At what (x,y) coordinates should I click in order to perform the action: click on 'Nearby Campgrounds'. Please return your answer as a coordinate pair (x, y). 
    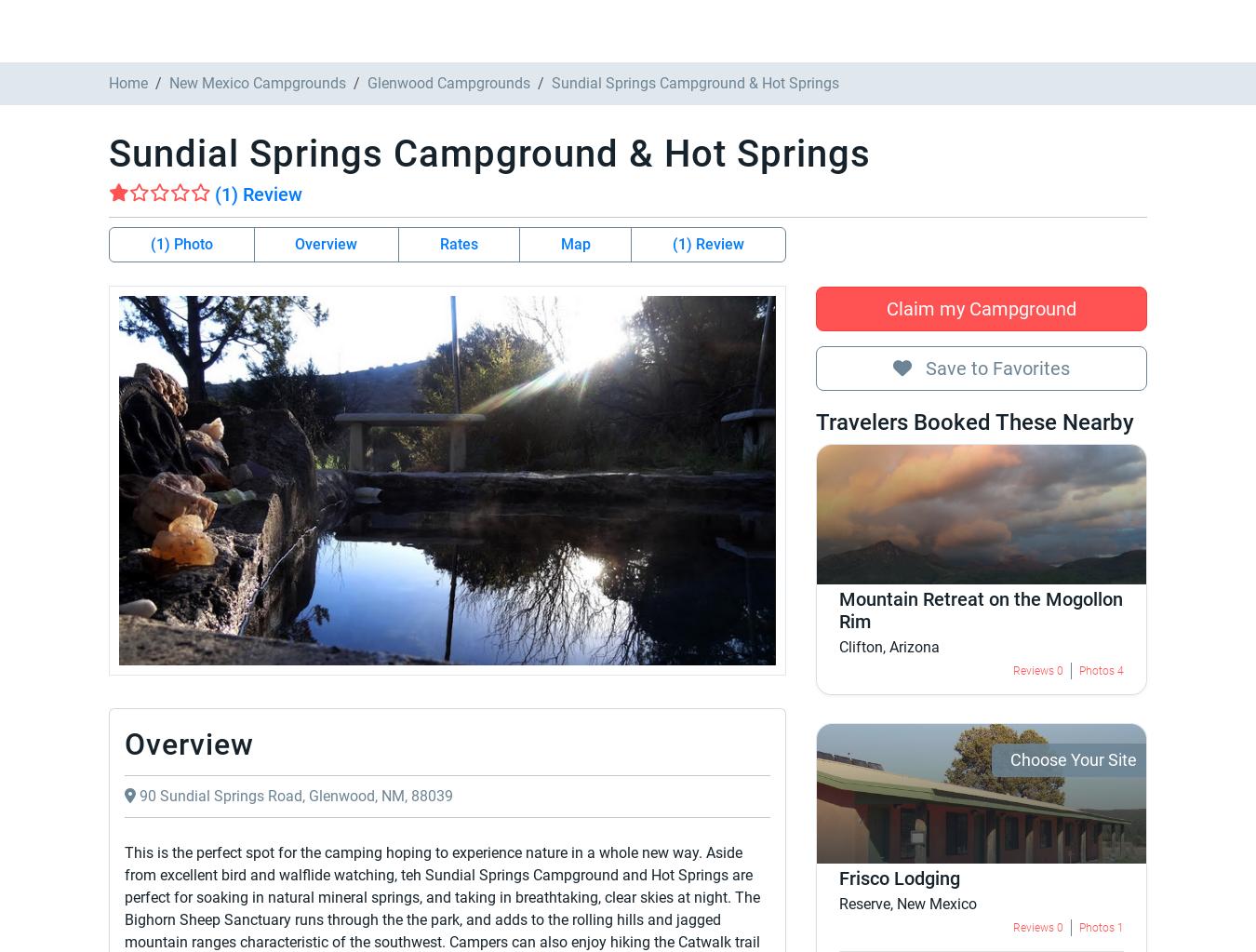
    Looking at the image, I should click on (125, 369).